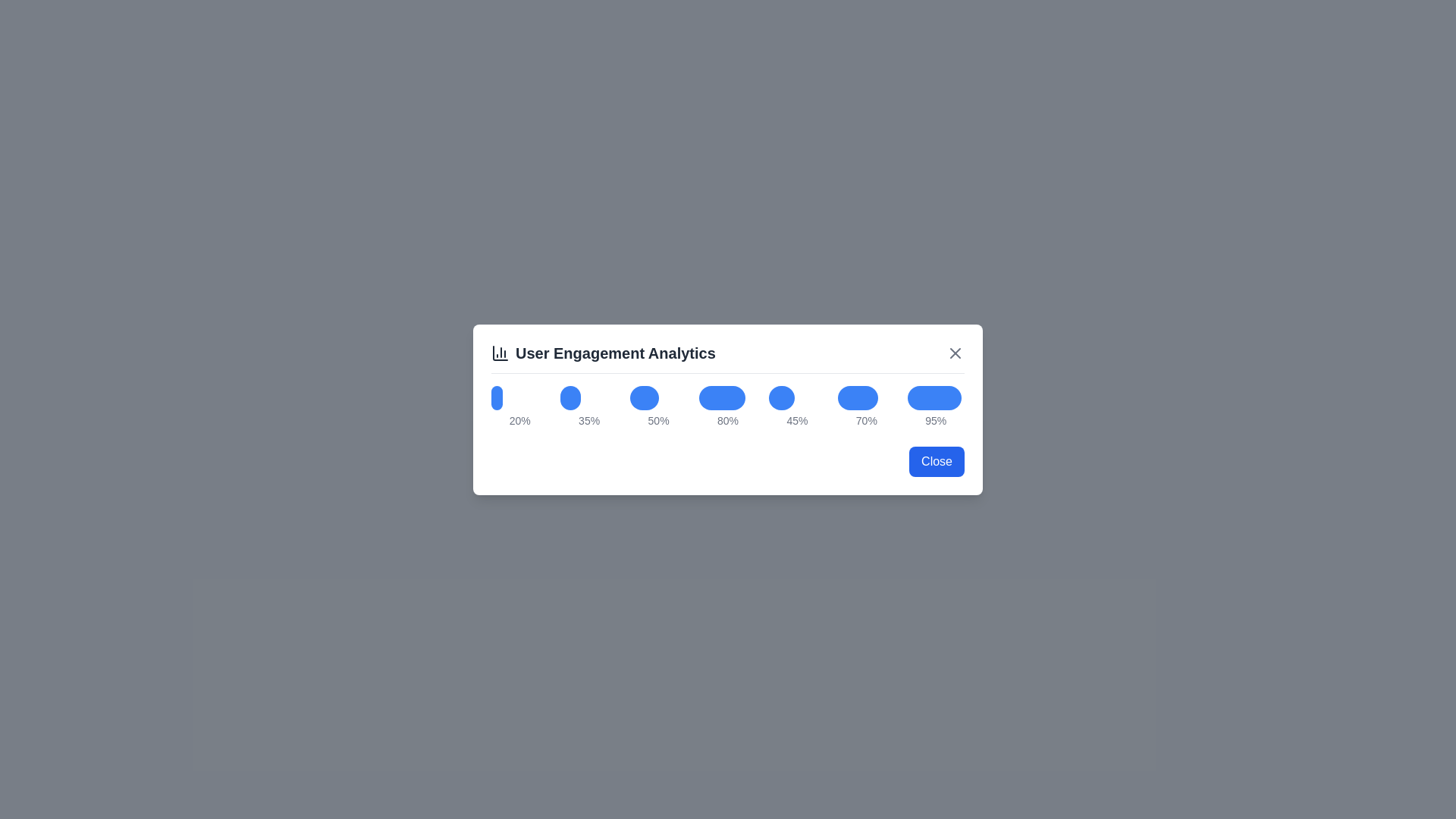  What do you see at coordinates (936, 460) in the screenshot?
I see `the 'Close' button to close the dialog` at bounding box center [936, 460].